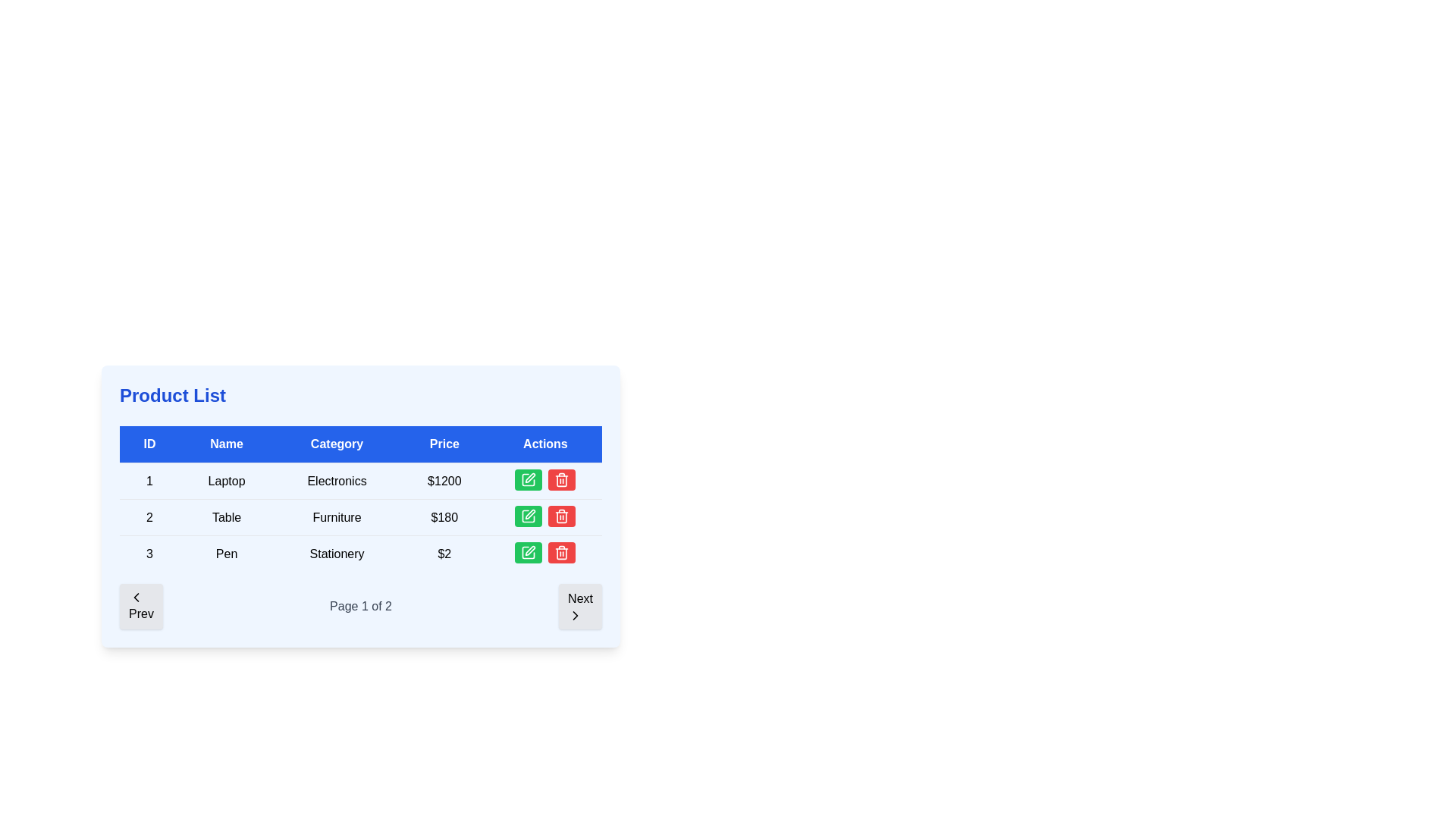 The height and width of the screenshot is (819, 1456). I want to click on the static text field displaying the price '$1200' in bold, located in the fourth column of the first row in the product details table under the 'Price' section for 'Laptop', so click(444, 481).